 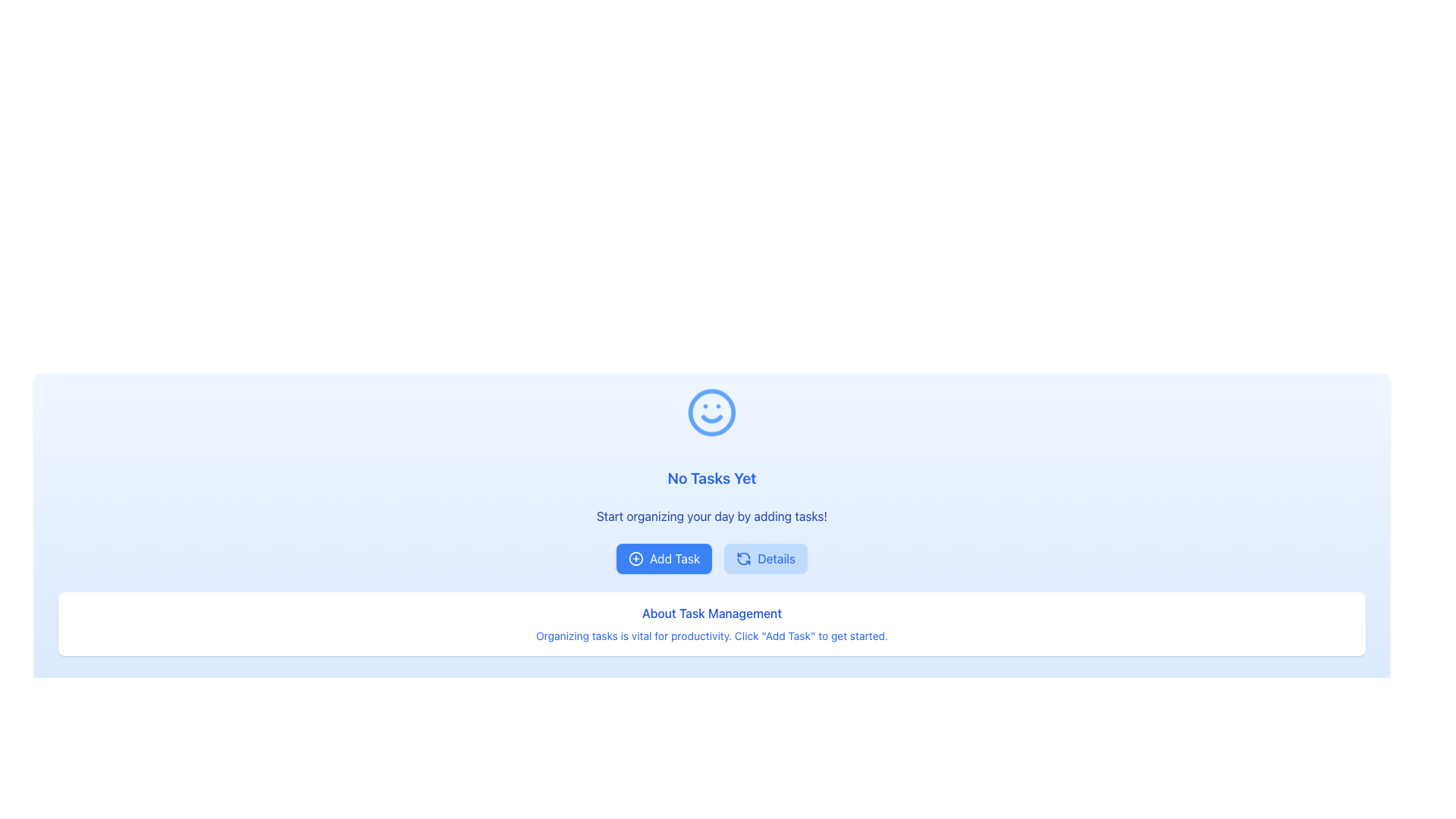 I want to click on the static text element displaying 'Start organizing your day by adding tasks!' which is located centrally below the heading 'No Tasks Yet', so click(x=711, y=516).